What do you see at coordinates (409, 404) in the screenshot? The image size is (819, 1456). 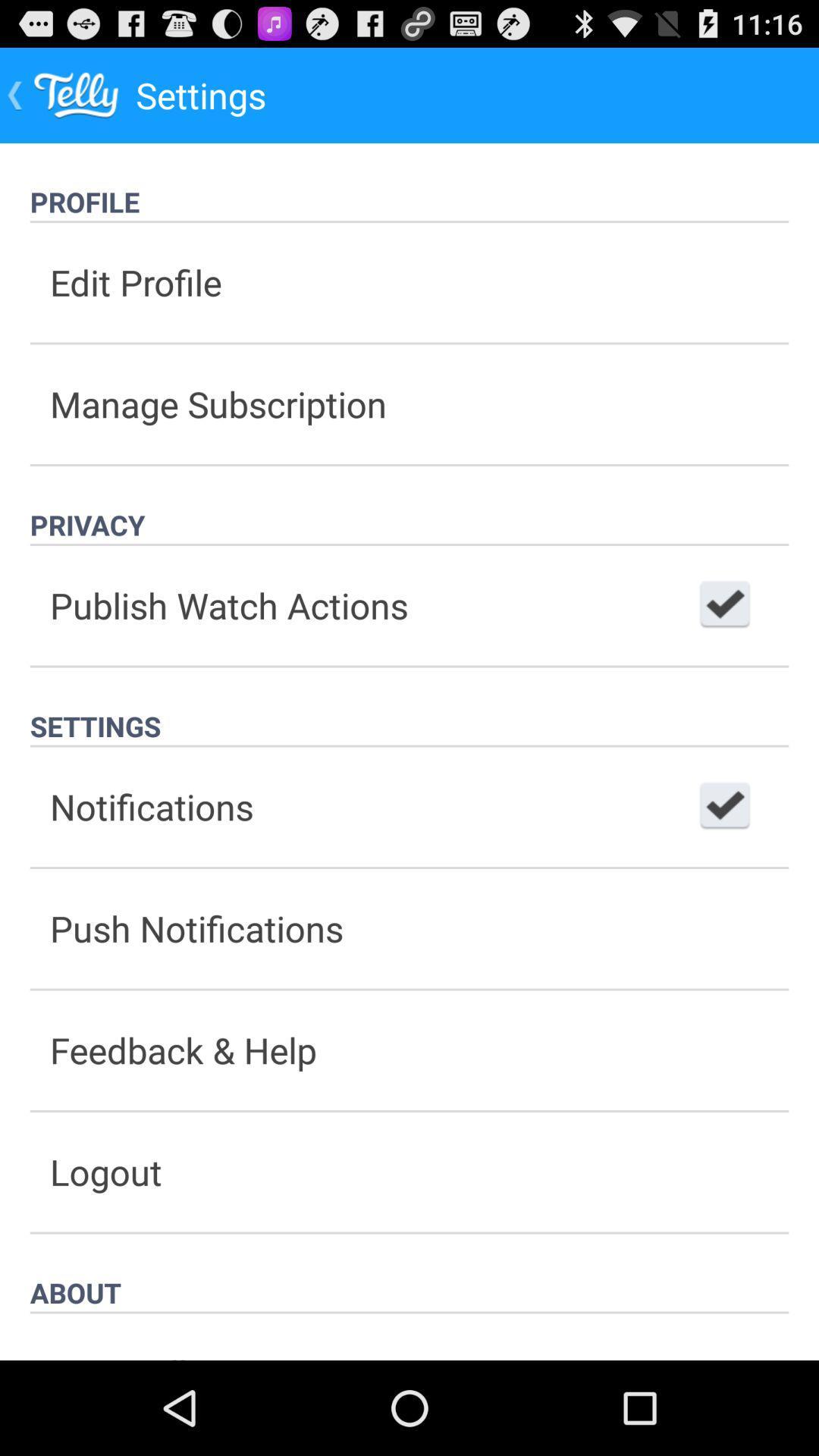 I see `the app above the privacy app` at bounding box center [409, 404].